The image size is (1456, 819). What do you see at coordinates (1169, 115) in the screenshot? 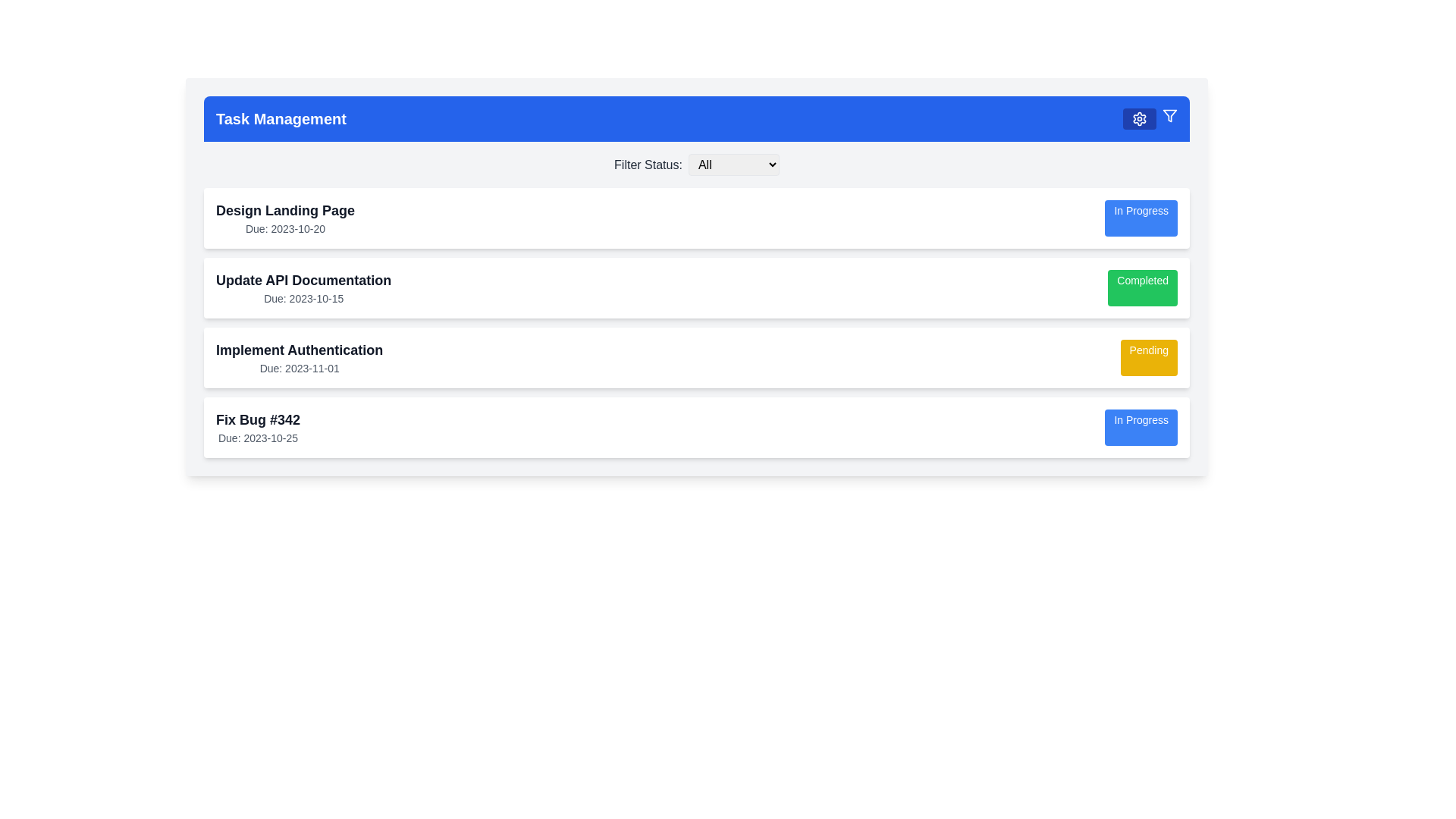
I see `the small white filter icon, resembling an inverted triangle, located at the top-right corner of the blue navigation bar` at bounding box center [1169, 115].